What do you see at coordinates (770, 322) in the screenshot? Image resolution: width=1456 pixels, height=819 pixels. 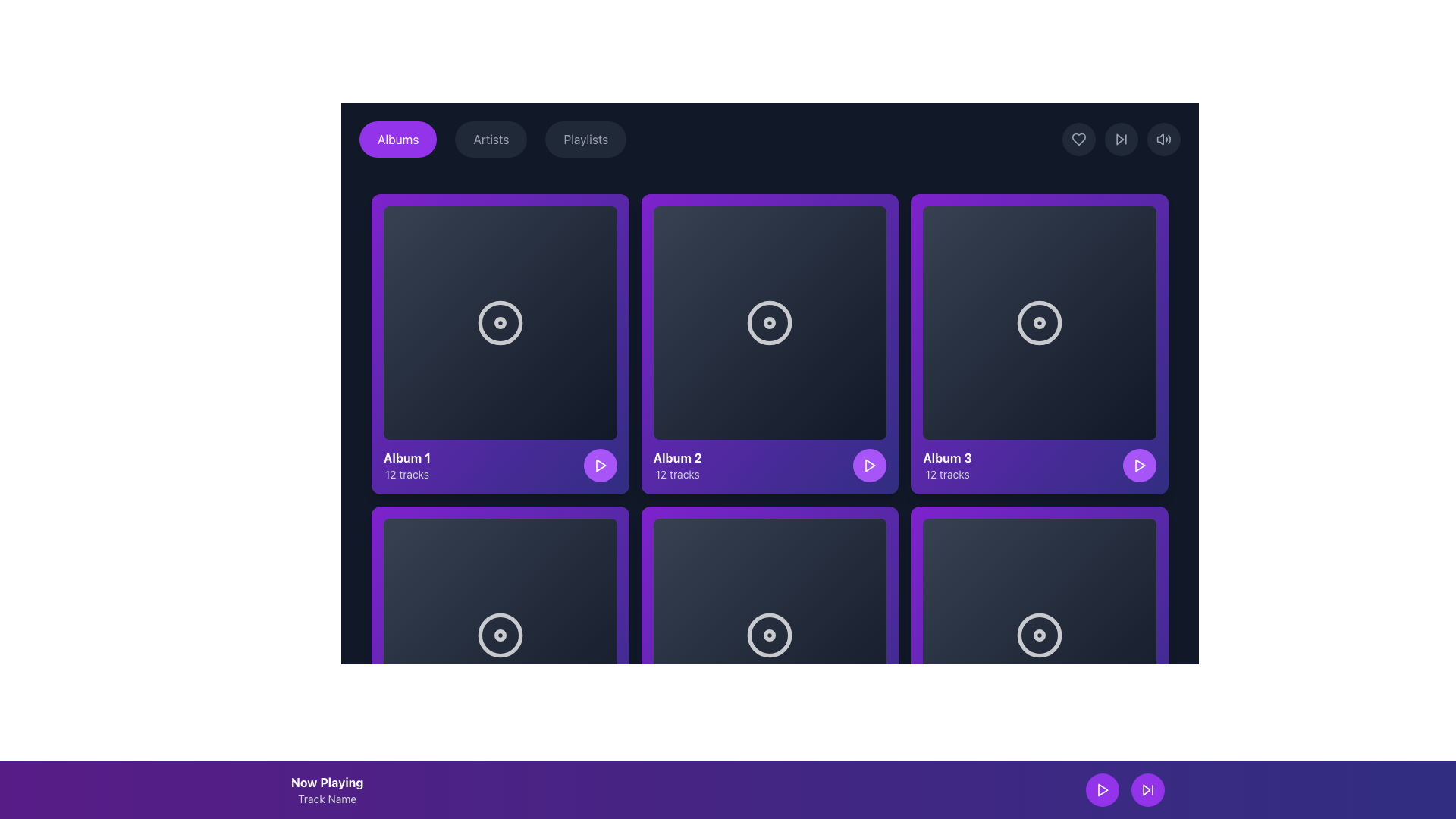 I see `the smaller inner circle of the decorative element within the second card labeled 'Album 2' in the first row of the grid layout` at bounding box center [770, 322].